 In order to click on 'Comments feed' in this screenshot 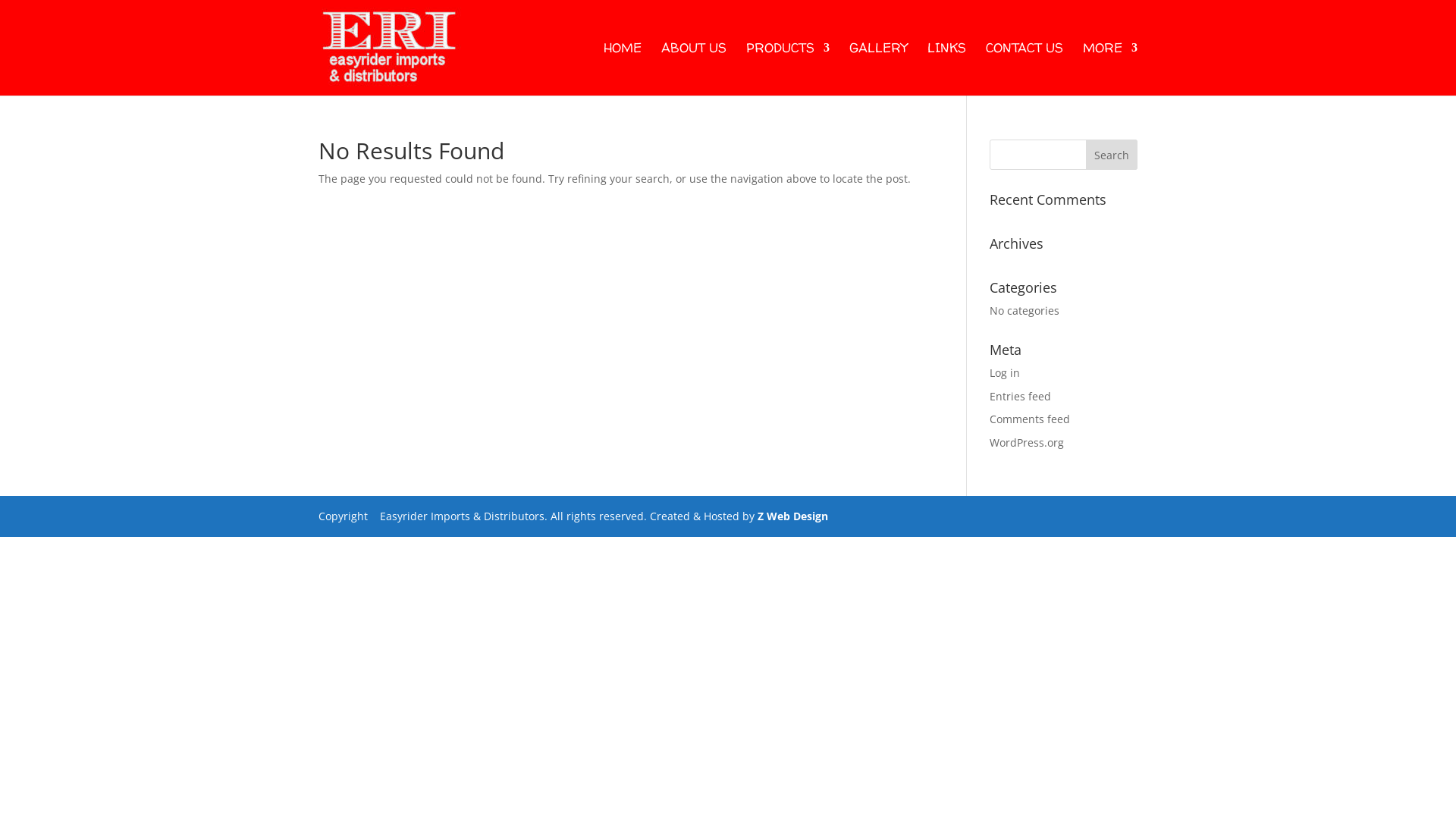, I will do `click(1030, 419)`.